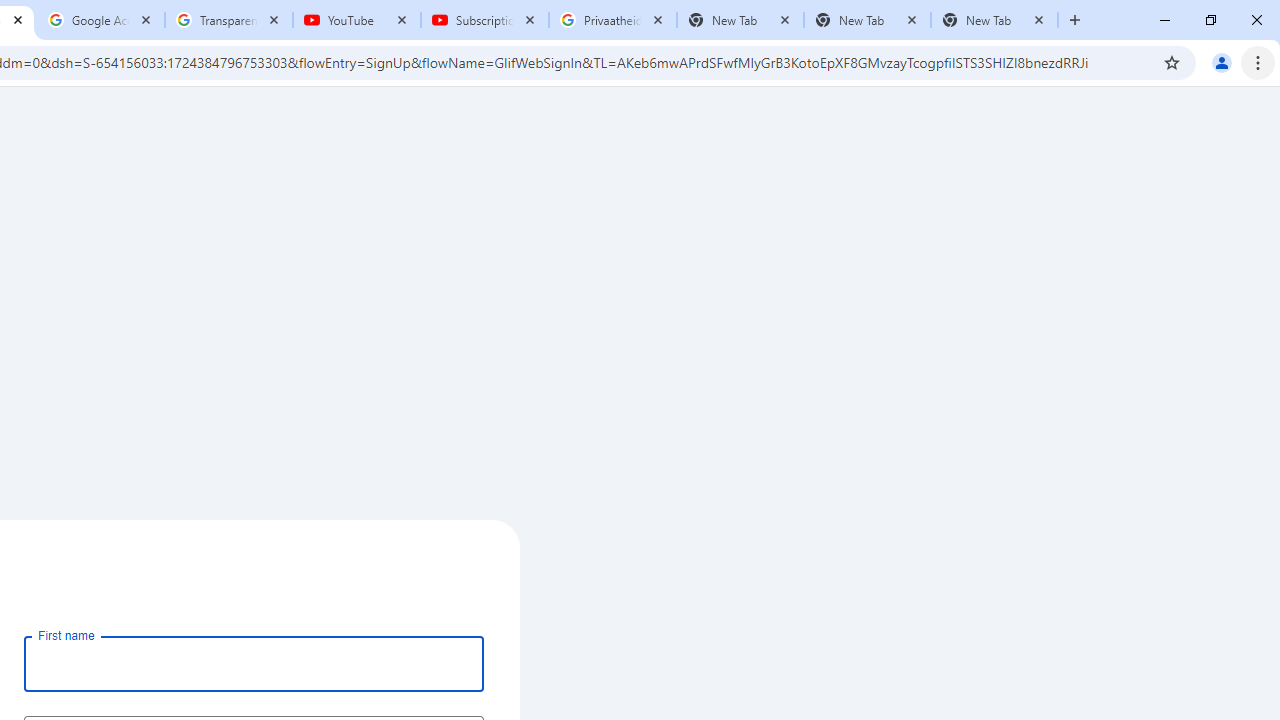  I want to click on 'Bookmark this tab', so click(1171, 61).